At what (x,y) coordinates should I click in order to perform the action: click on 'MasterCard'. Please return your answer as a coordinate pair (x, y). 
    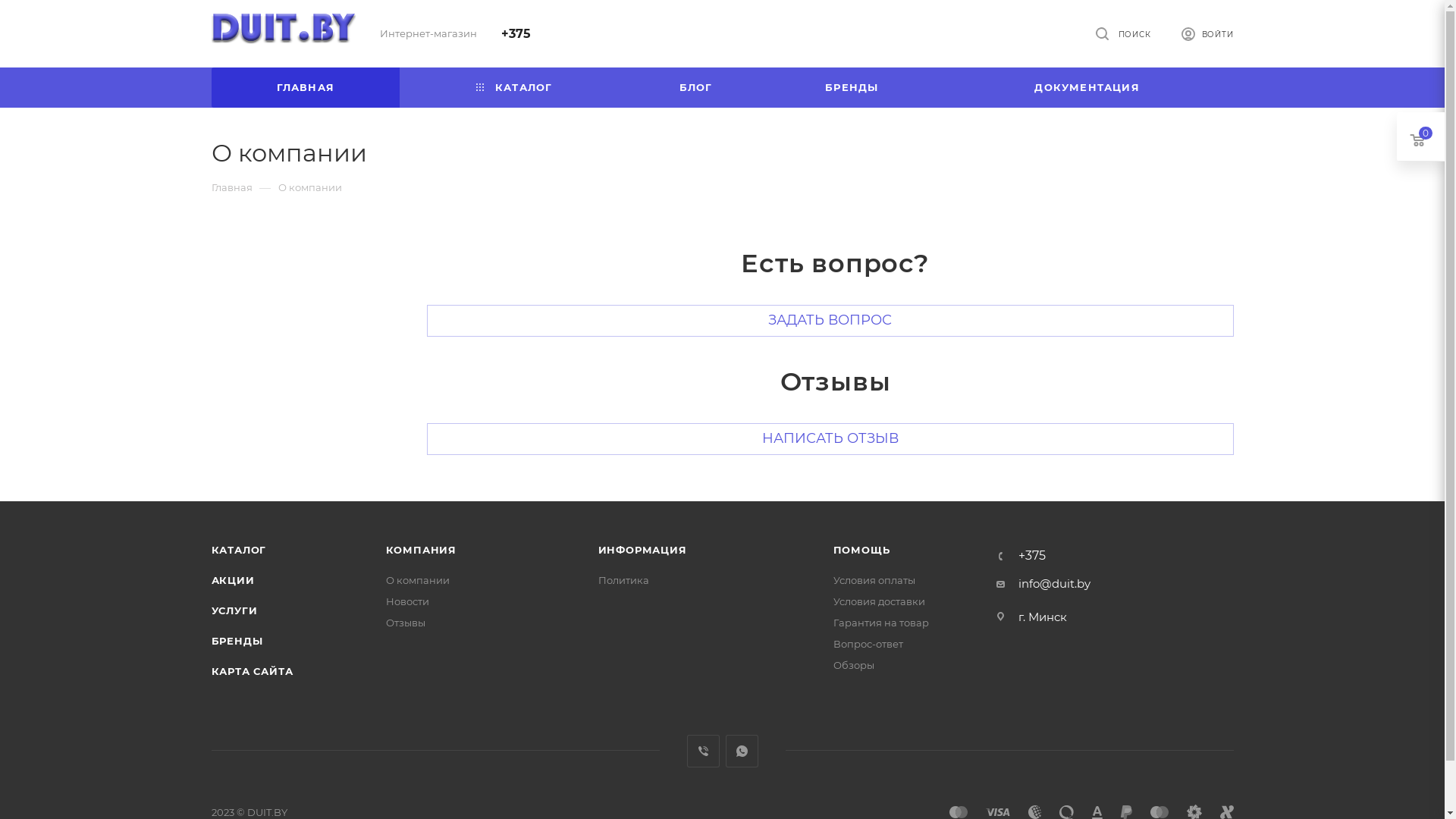
    Looking at the image, I should click on (957, 811).